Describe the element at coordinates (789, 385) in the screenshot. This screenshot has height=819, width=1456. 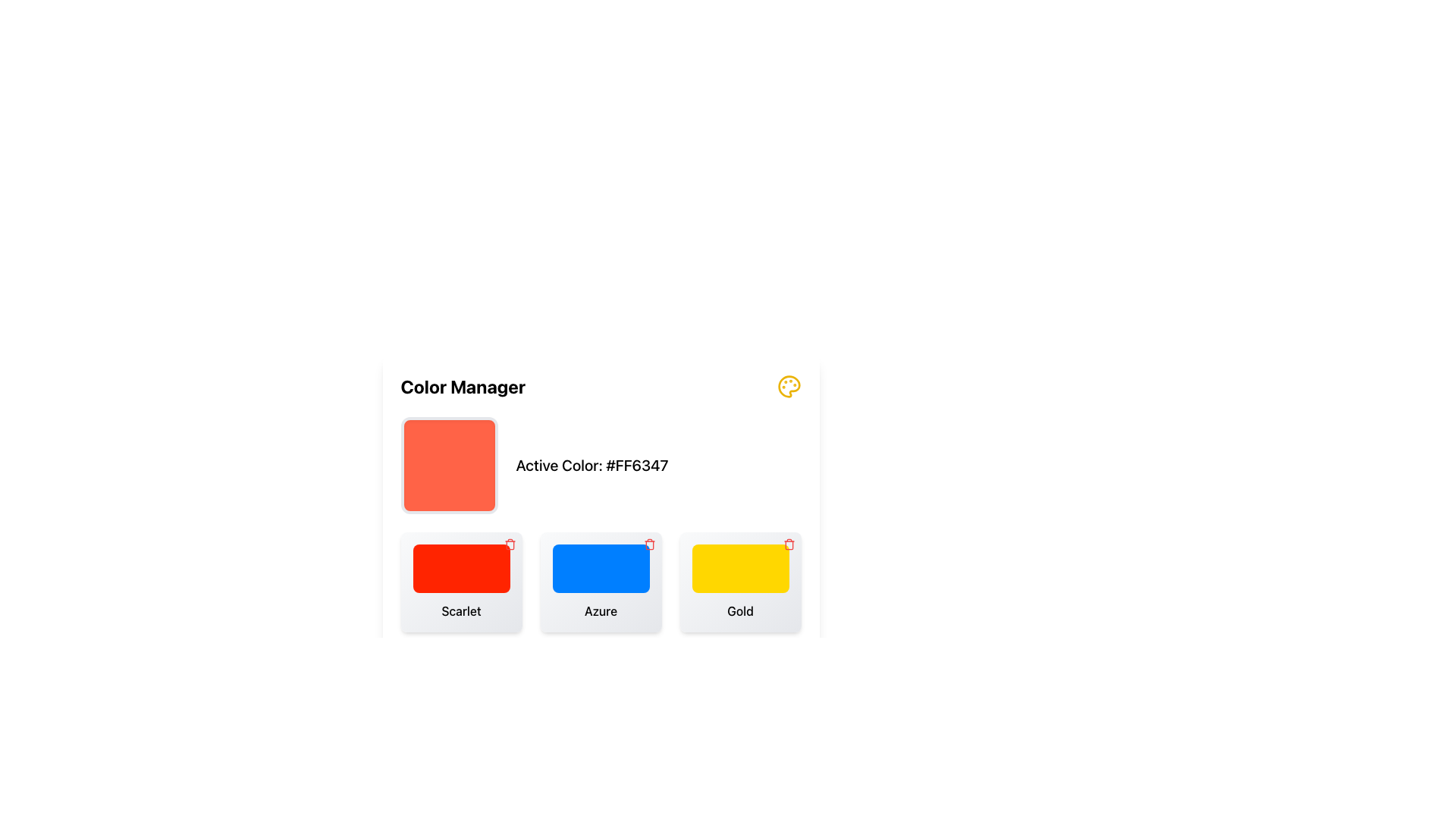
I see `the circular palette icon located in the top-right corner of the interface, which has smaller circles representing paint slots and a distinctive yellow color` at that location.